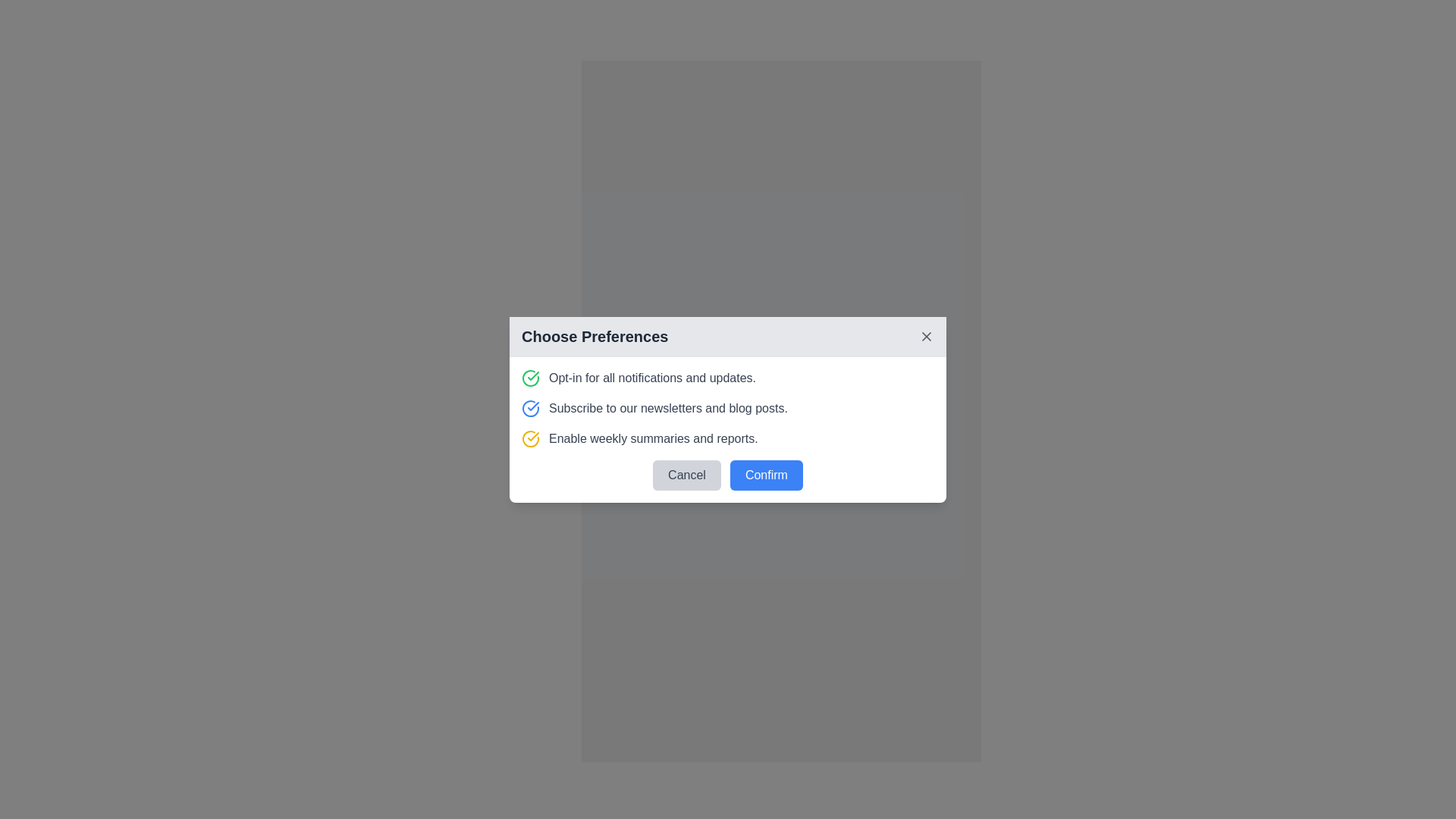 The width and height of the screenshot is (1456, 819). Describe the element at coordinates (728, 429) in the screenshot. I see `the toggleable option within the 'Choose Preferences' section of the modal dialog` at that location.